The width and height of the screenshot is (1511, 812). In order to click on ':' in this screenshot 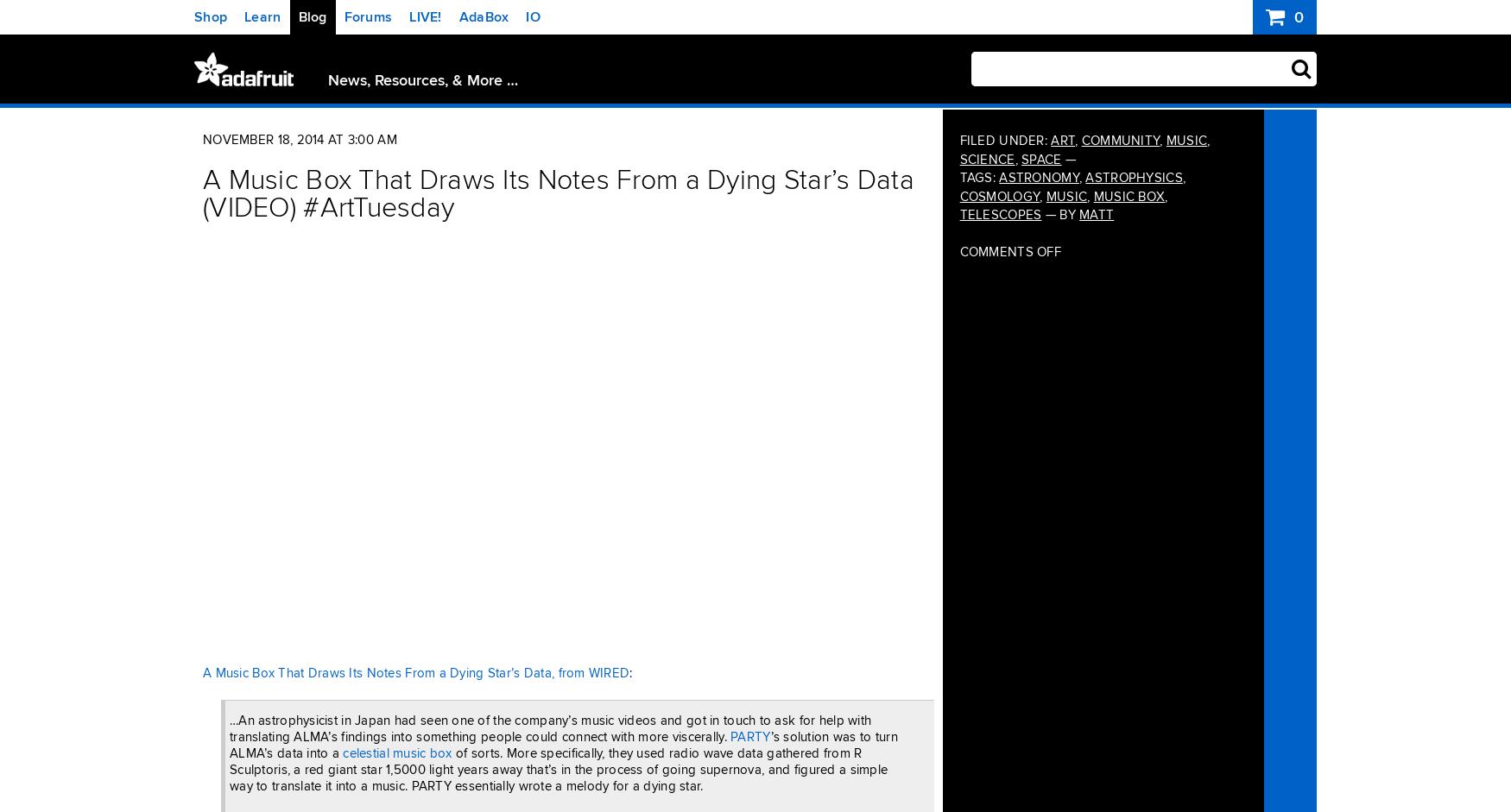, I will do `click(630, 671)`.